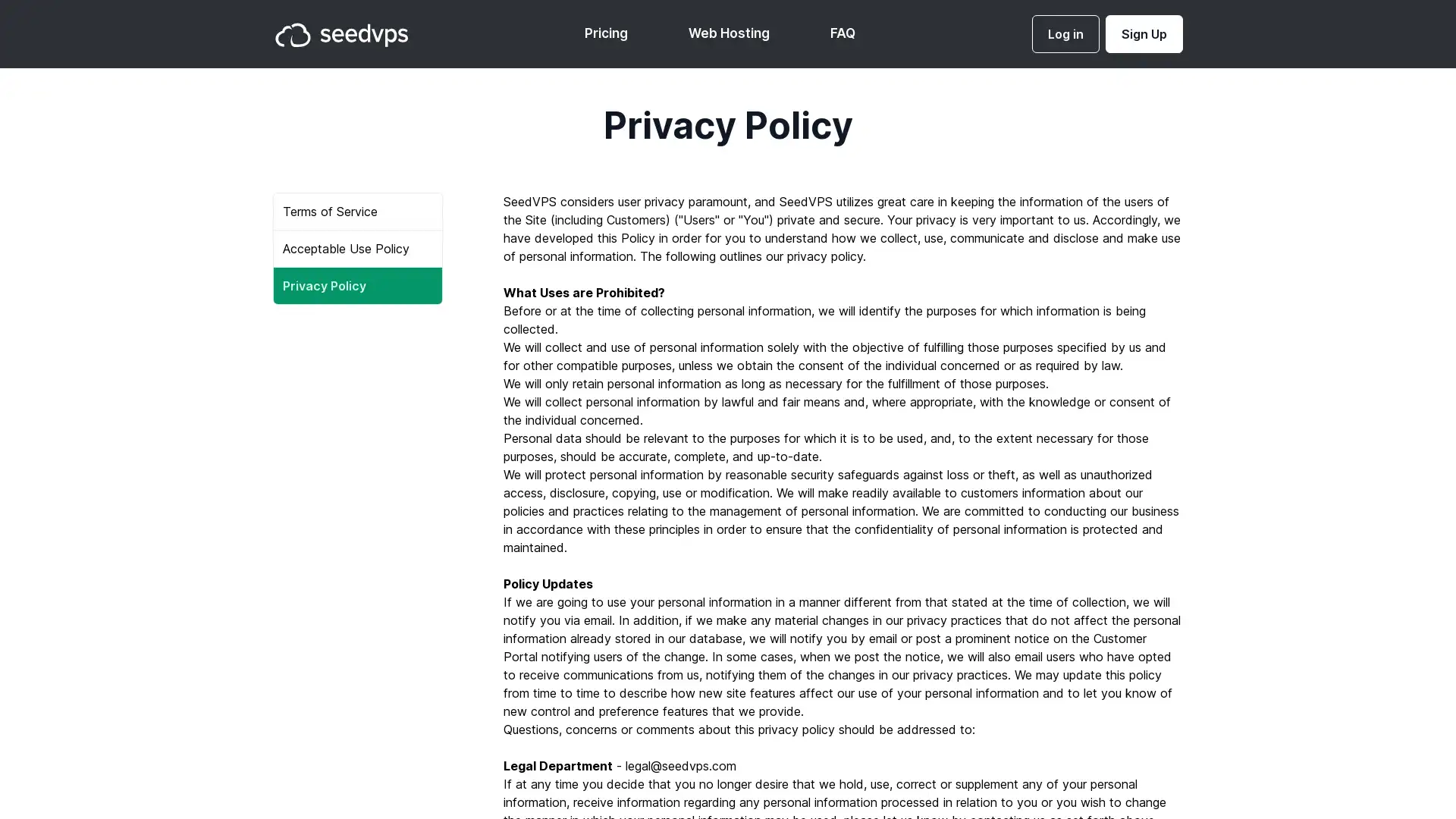 The width and height of the screenshot is (1456, 819). Describe the element at coordinates (1065, 34) in the screenshot. I see `Log in` at that location.